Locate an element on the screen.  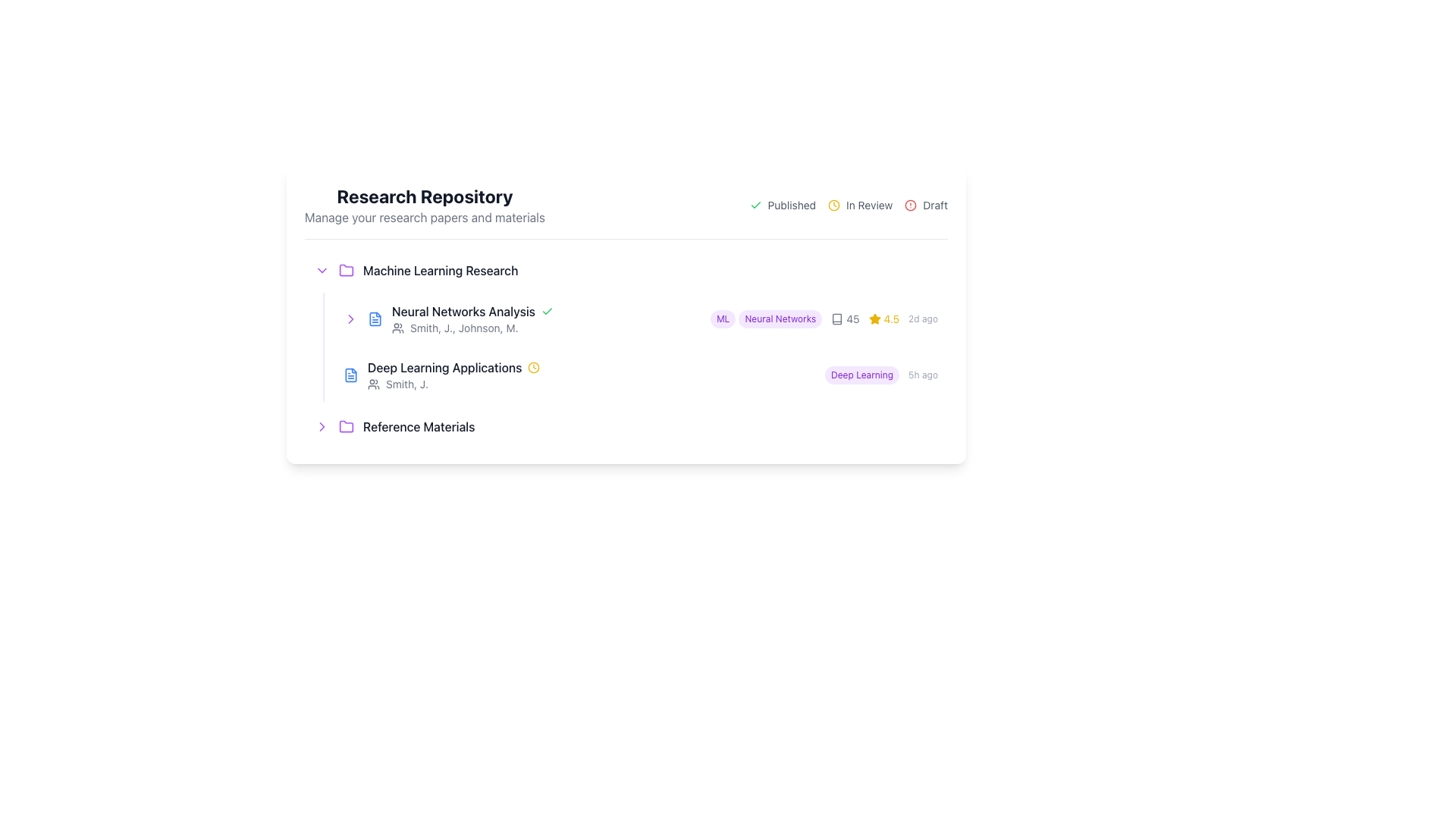
the center of the star icon located in the top-right section of the ratings card, adjacent to the numeric rating text '4.5' is located at coordinates (874, 318).